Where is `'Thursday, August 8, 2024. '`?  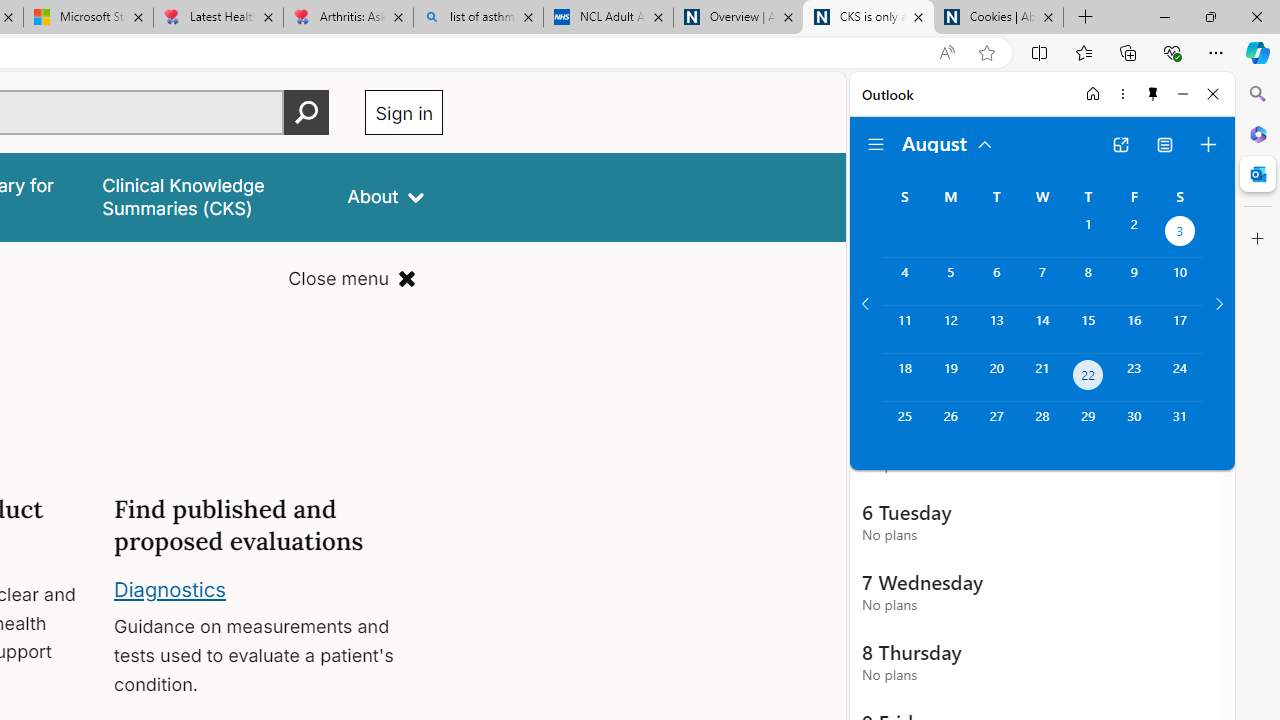 'Thursday, August 8, 2024. ' is located at coordinates (1087, 281).